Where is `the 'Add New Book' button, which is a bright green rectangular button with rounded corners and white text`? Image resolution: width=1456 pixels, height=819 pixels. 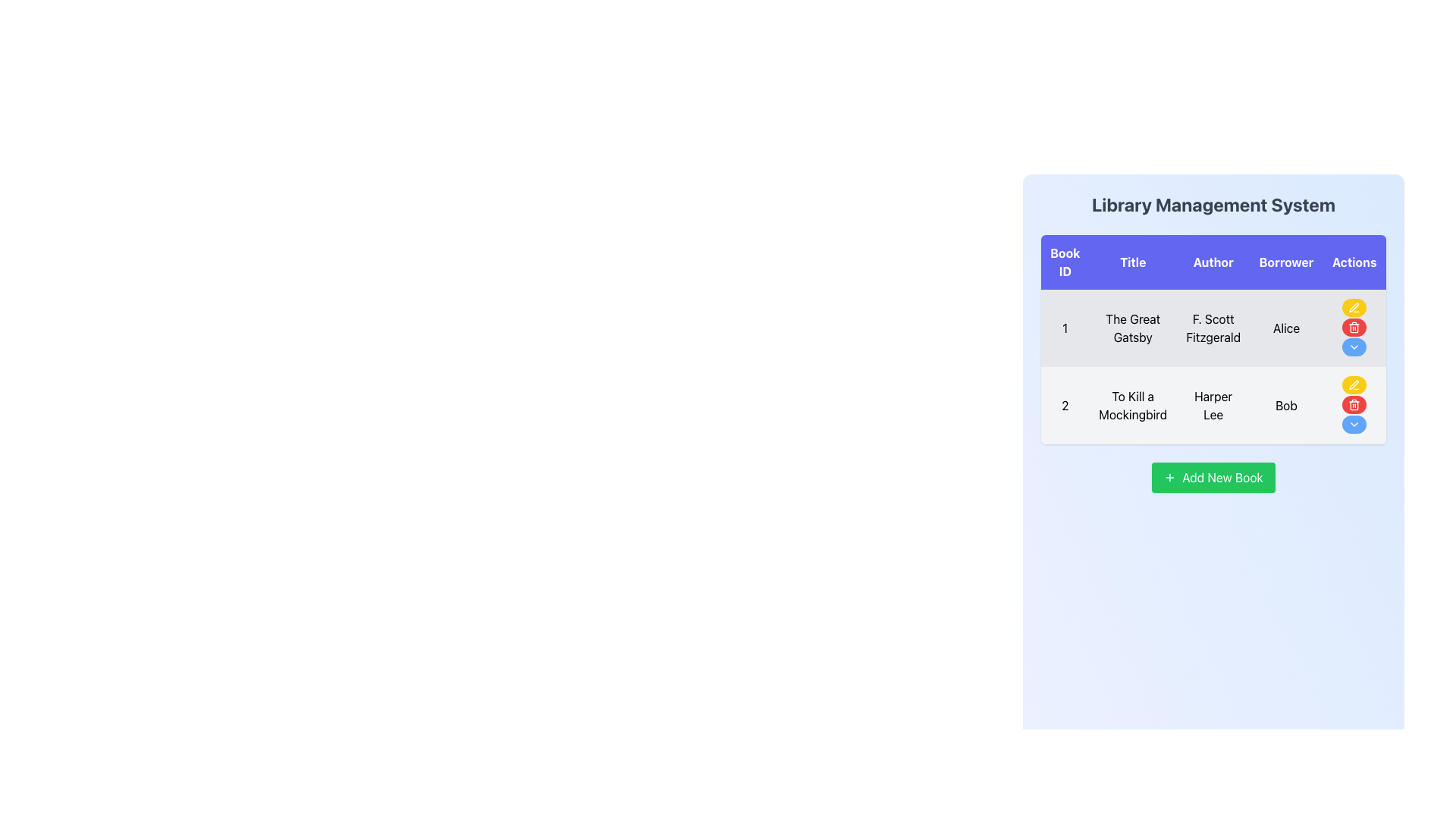
the 'Add New Book' button, which is a bright green rectangular button with rounded corners and white text is located at coordinates (1213, 476).